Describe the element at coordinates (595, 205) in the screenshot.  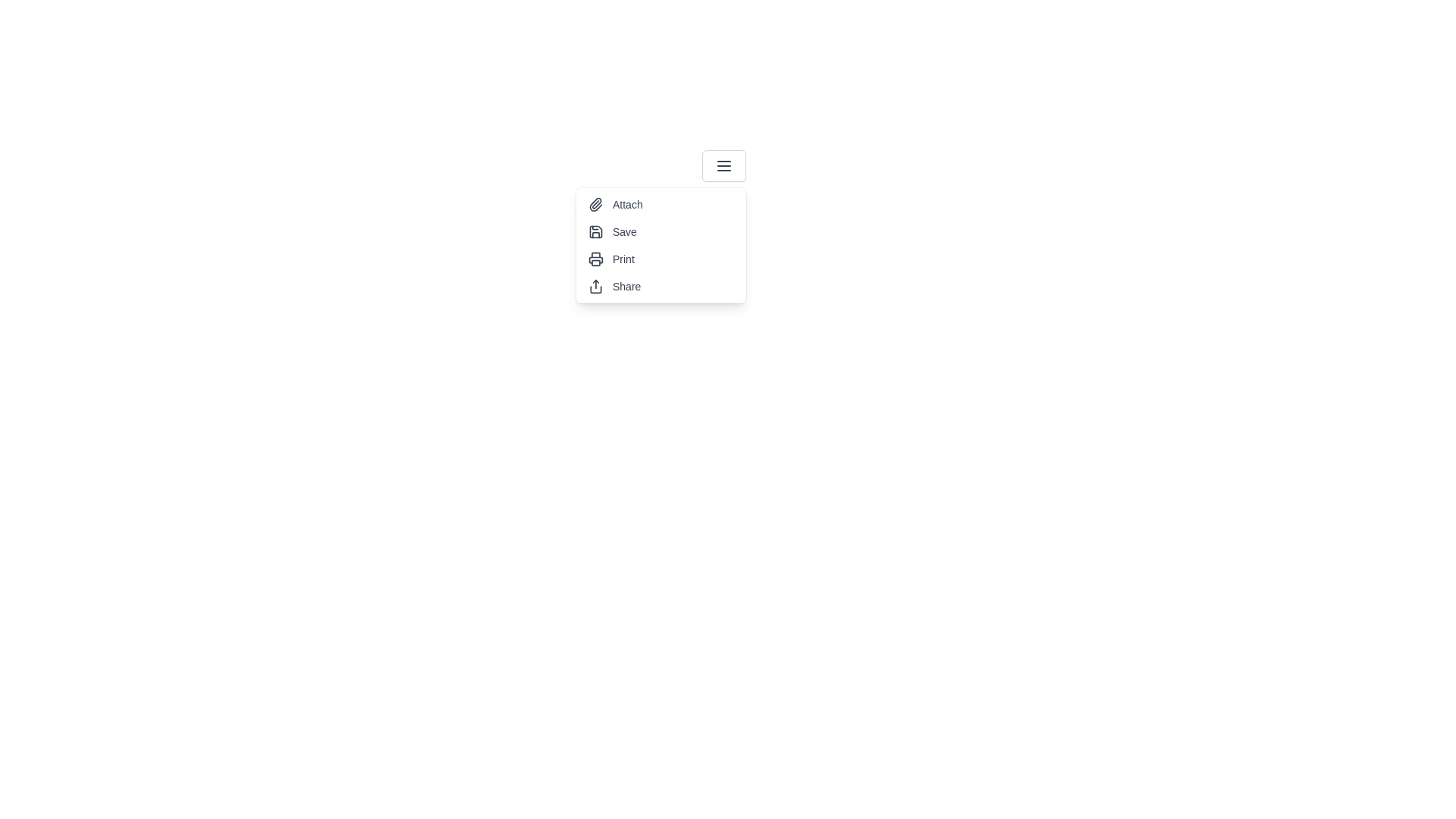
I see `the paperclip icon located next to the 'Attach' label in the dropdown menu` at that location.